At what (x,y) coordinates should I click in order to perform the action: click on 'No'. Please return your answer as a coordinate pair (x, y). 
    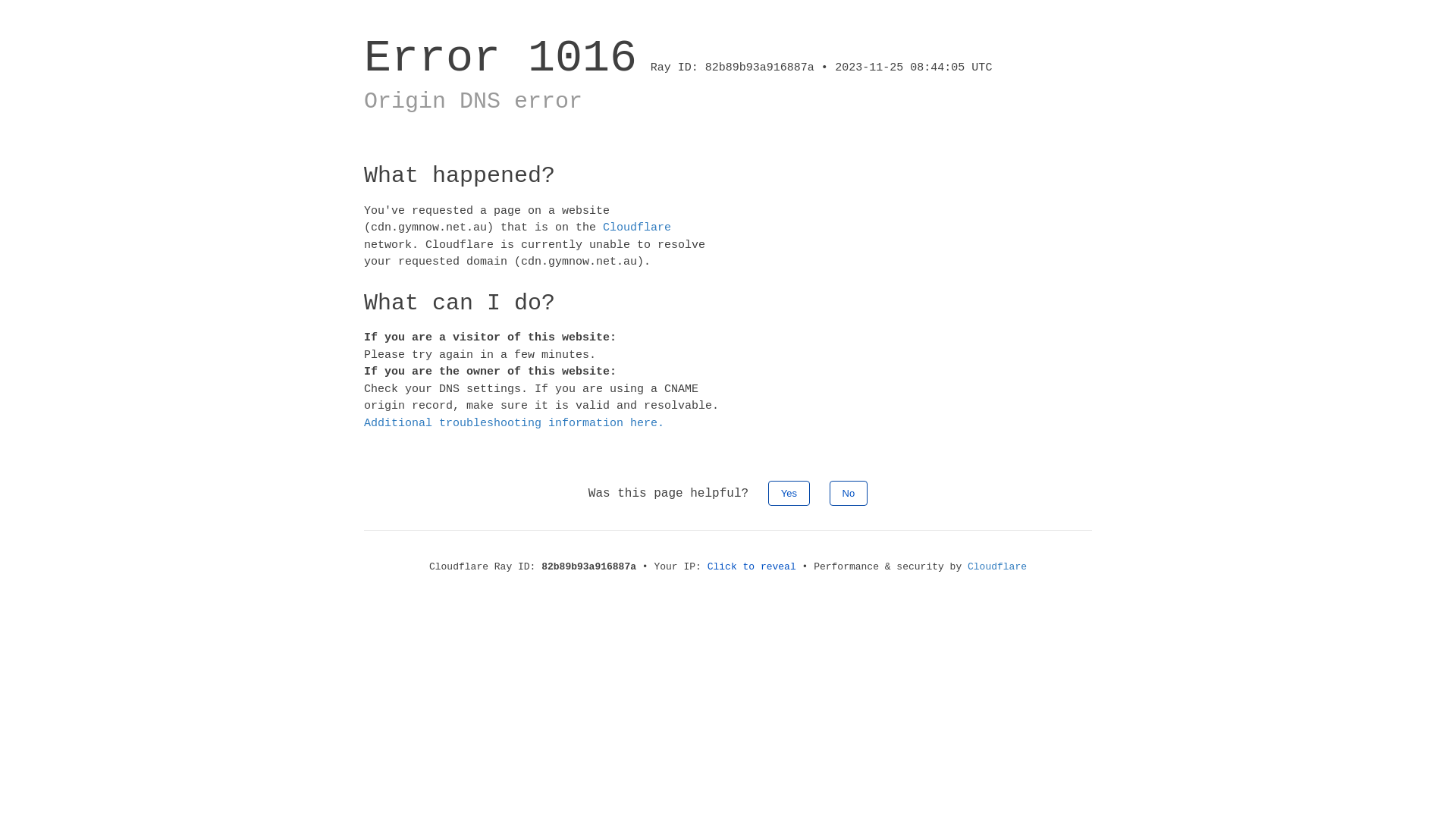
    Looking at the image, I should click on (848, 493).